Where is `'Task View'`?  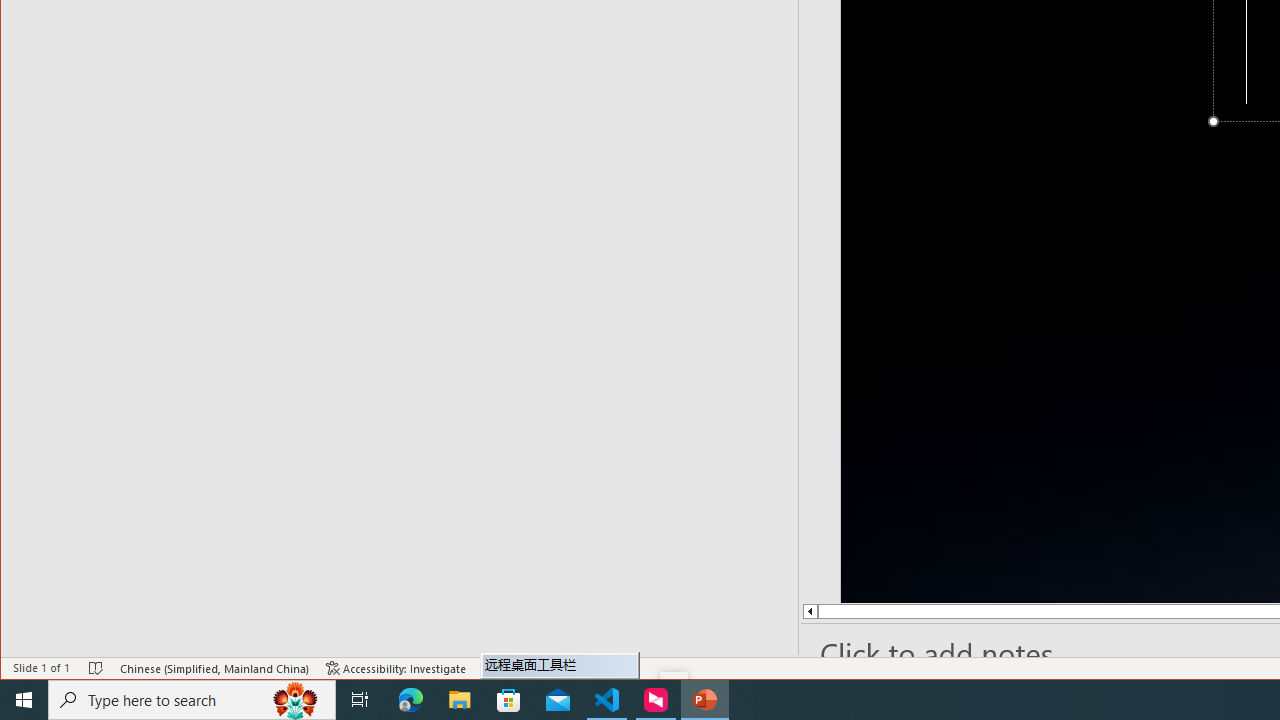 'Task View' is located at coordinates (359, 698).